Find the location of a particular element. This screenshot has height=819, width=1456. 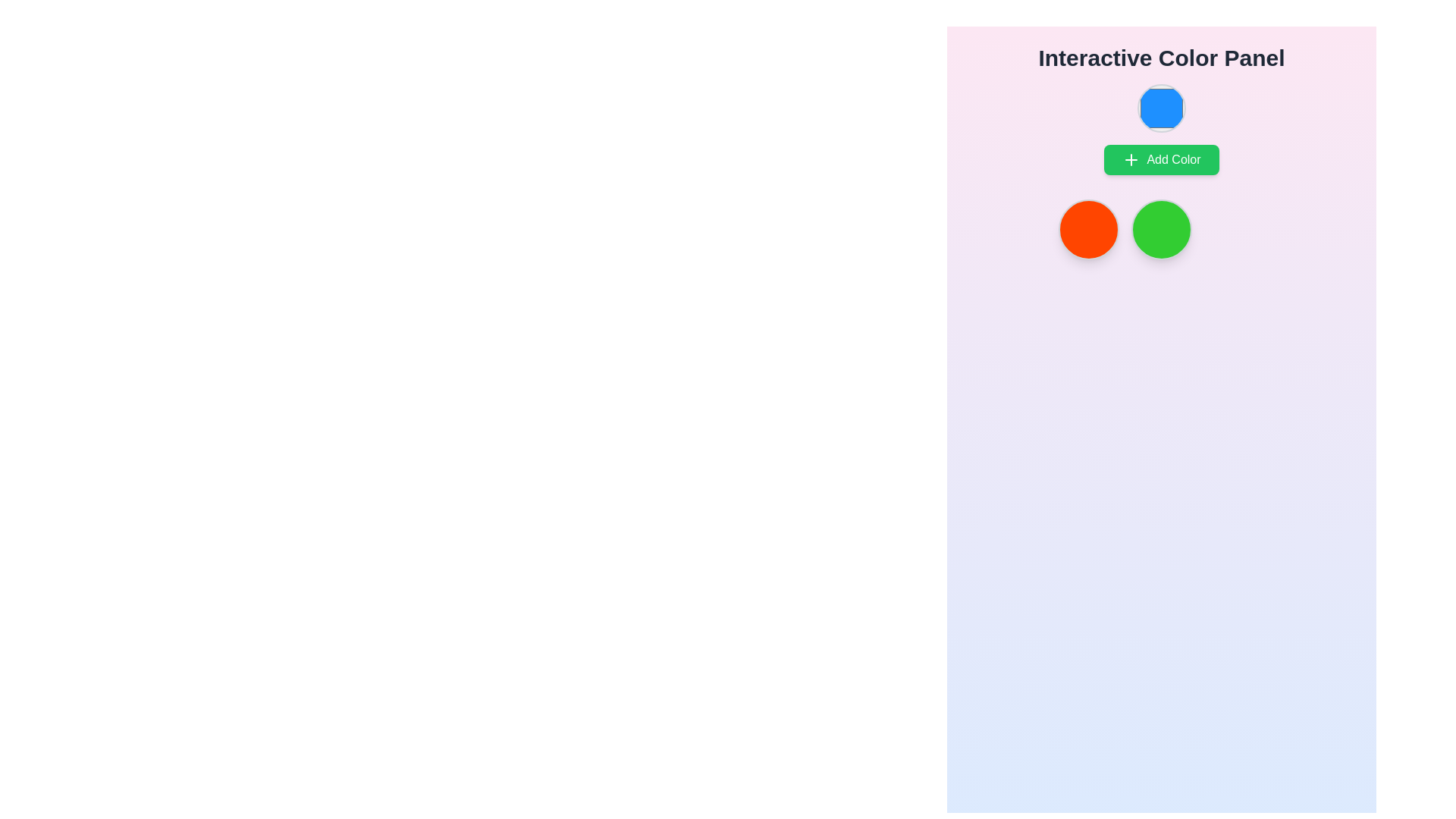

the circular color display component, which is a blue-filled circle located above the green 'Add Color' button is located at coordinates (1160, 128).